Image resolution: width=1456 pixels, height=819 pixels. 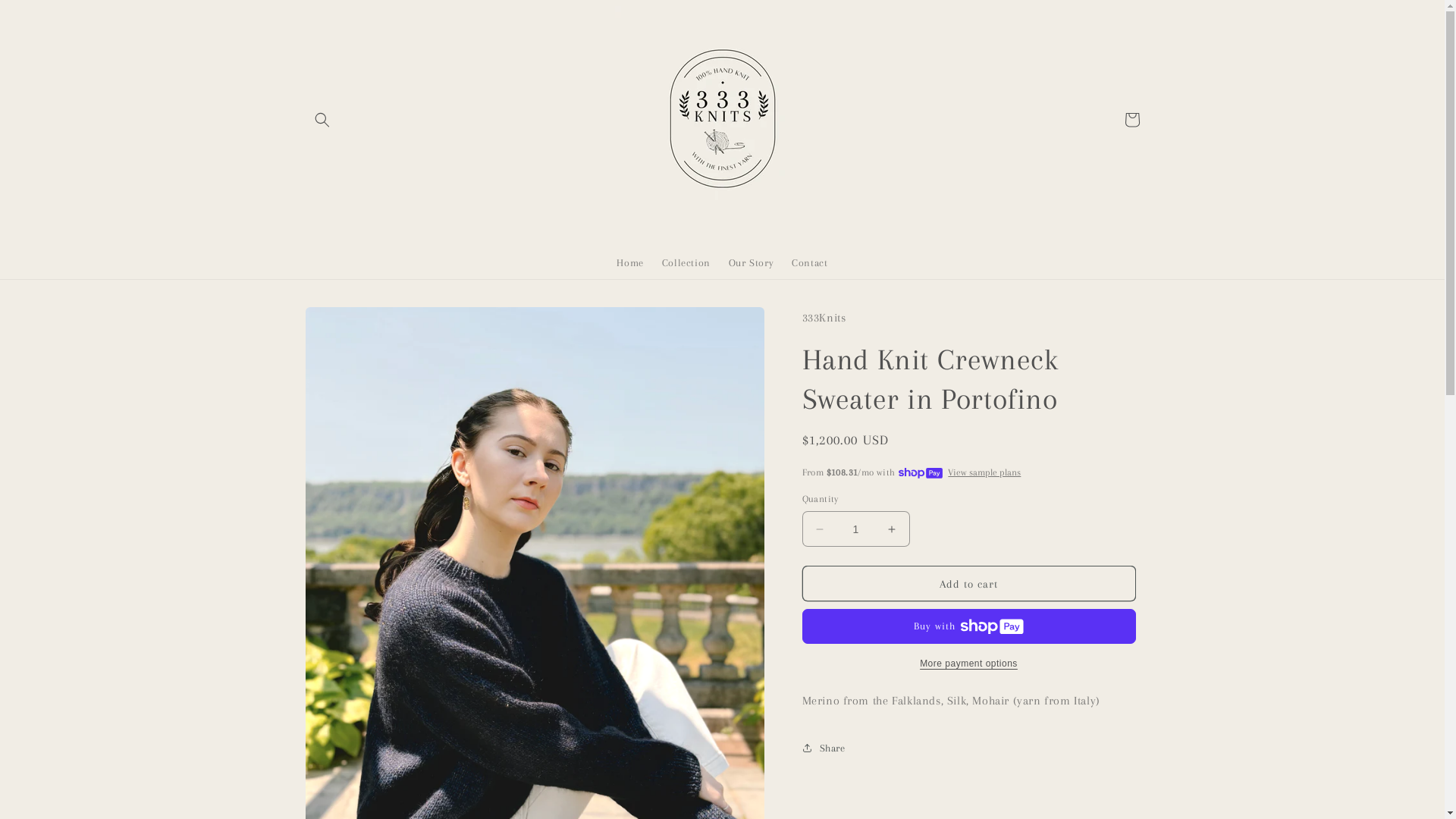 What do you see at coordinates (607, 262) in the screenshot?
I see `'Home'` at bounding box center [607, 262].